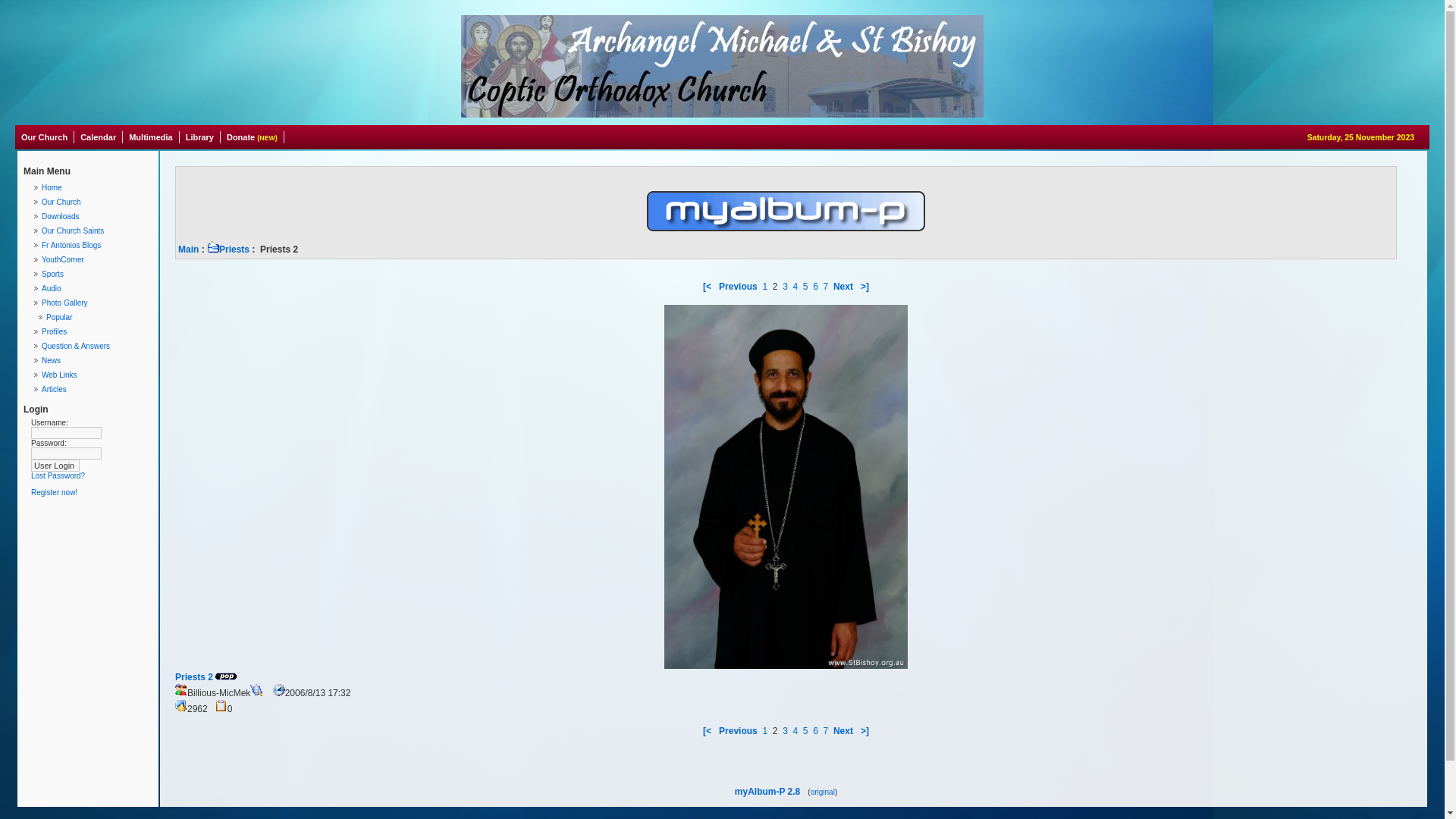 The width and height of the screenshot is (1456, 819). What do you see at coordinates (181, 690) in the screenshot?
I see `'Submitter'` at bounding box center [181, 690].